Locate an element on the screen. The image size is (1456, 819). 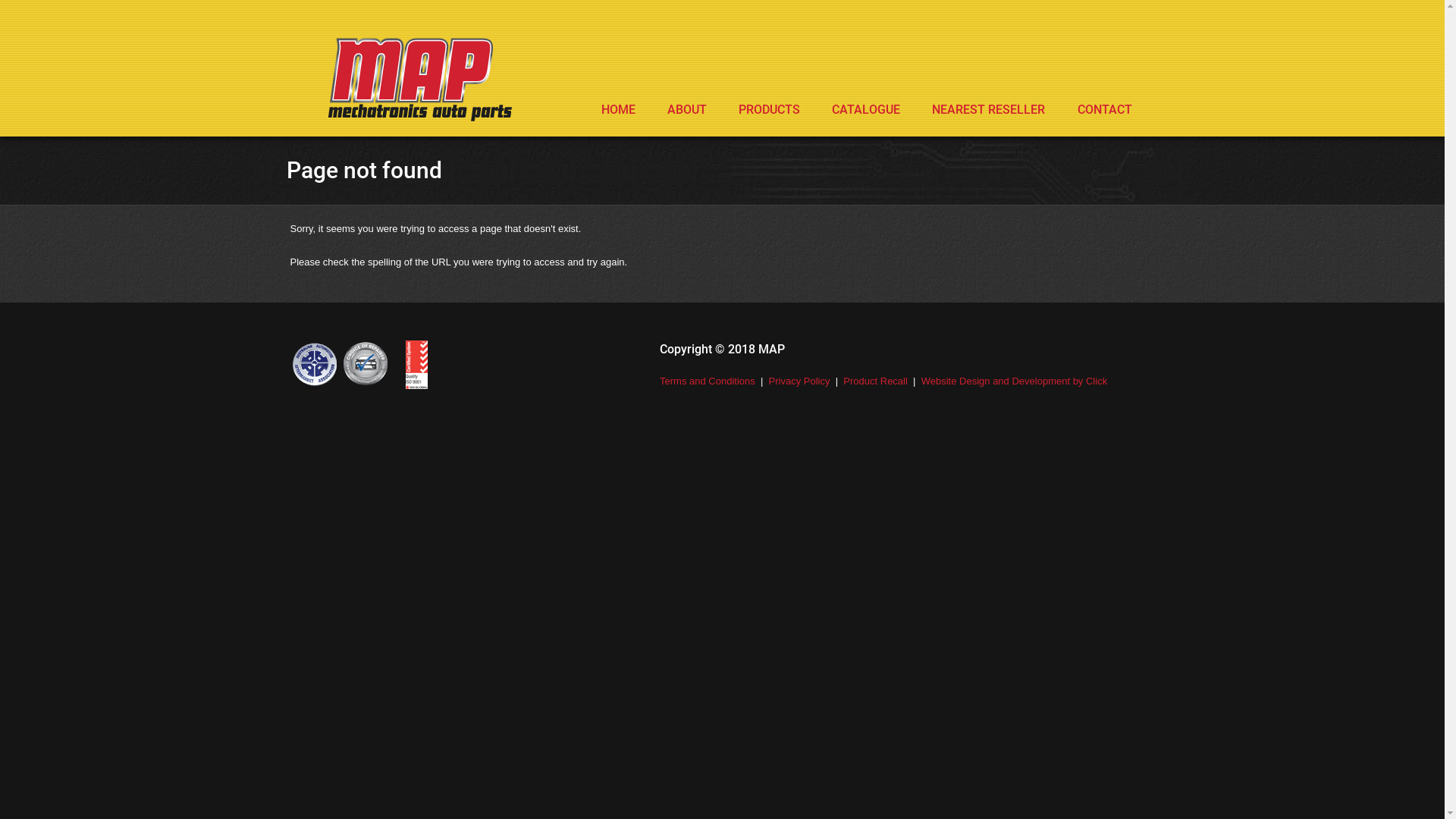
'CONTACT' is located at coordinates (1105, 109).